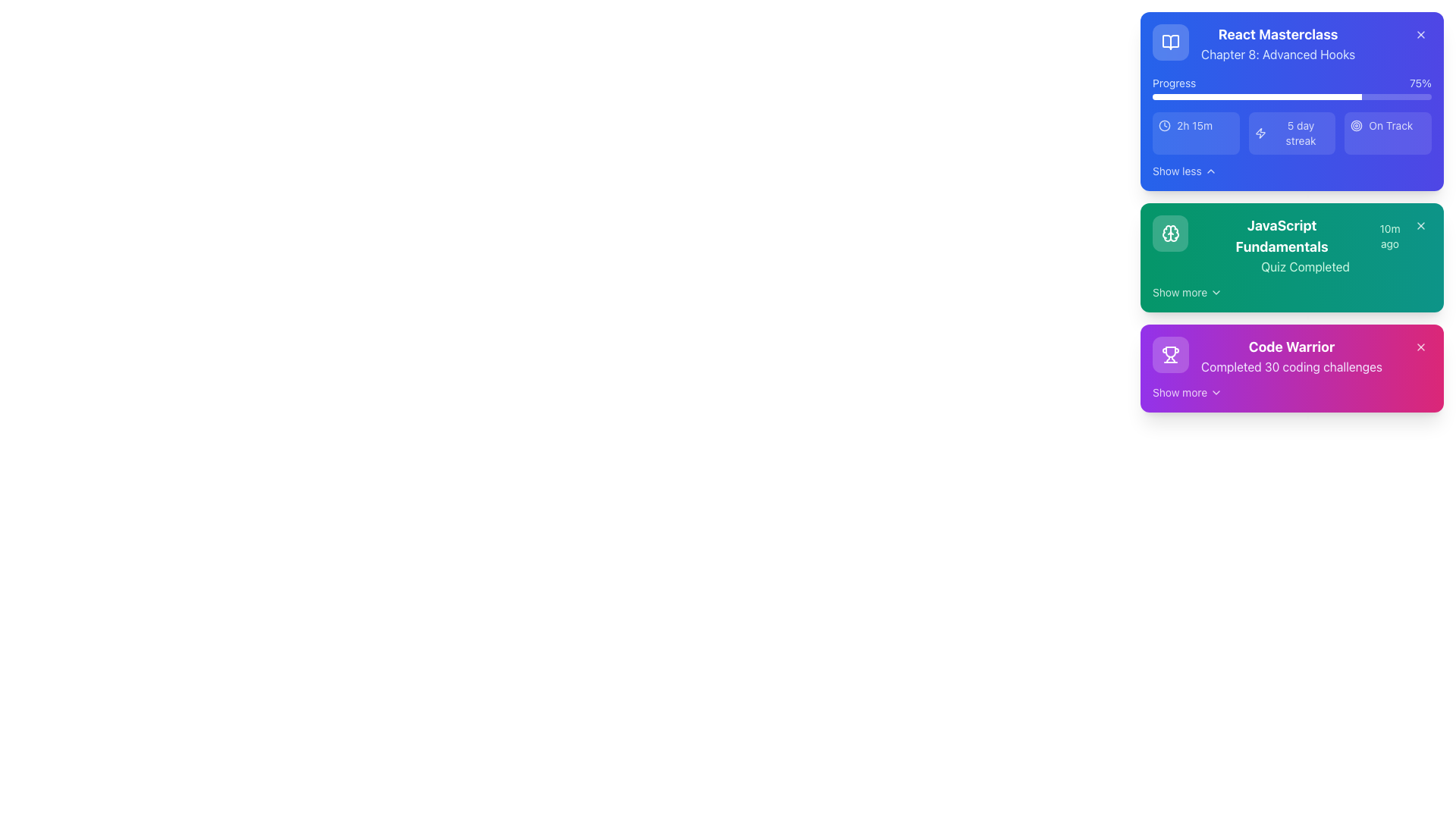 This screenshot has height=819, width=1456. What do you see at coordinates (1169, 234) in the screenshot?
I see `the SVG brain icon element, which is styled with the class 'lucide-brain' and is located in the second card from the top, to the left of the text 'JavaScript Fundamentals'` at bounding box center [1169, 234].